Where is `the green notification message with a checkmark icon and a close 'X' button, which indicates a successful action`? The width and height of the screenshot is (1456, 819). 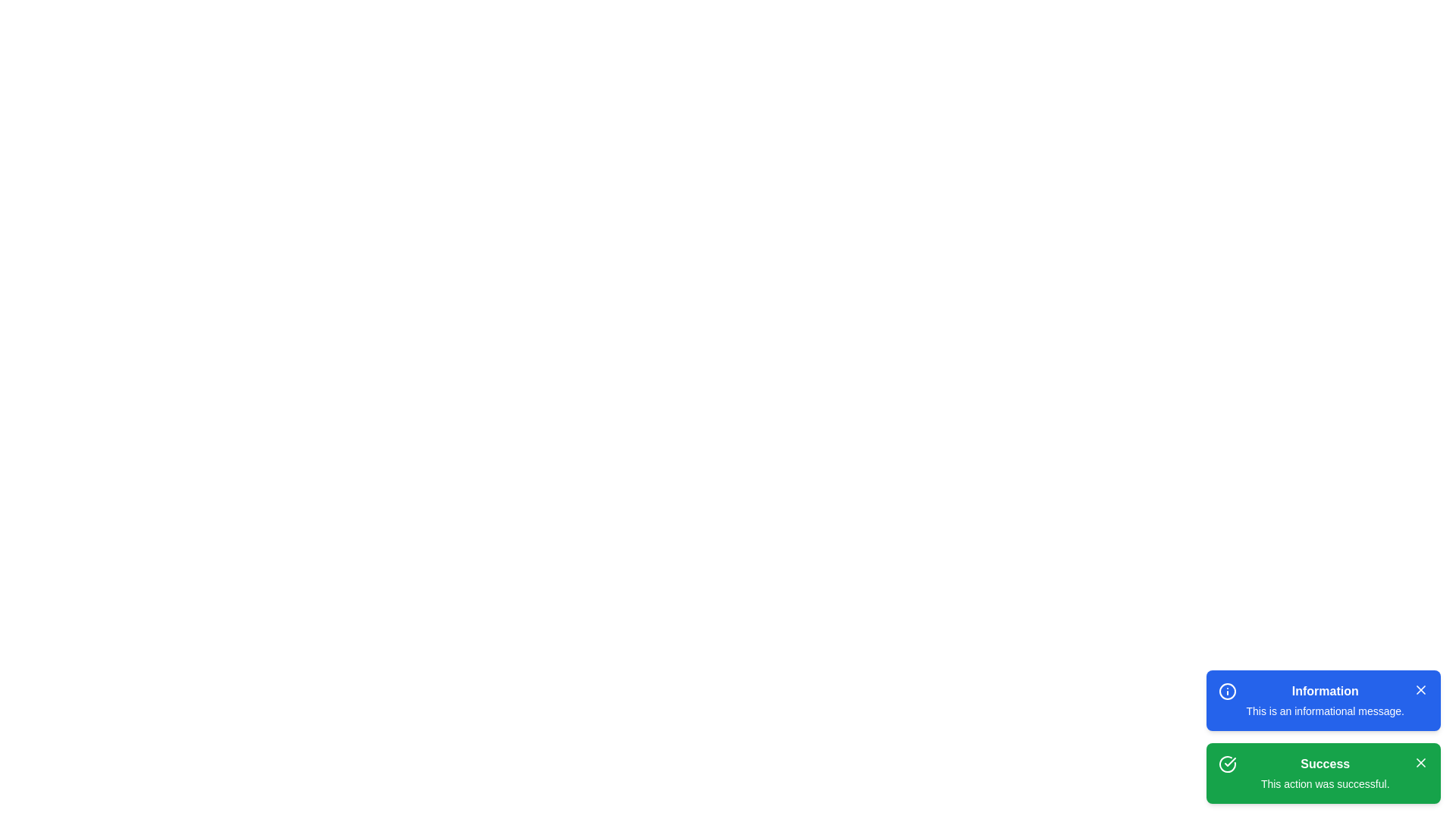 the green notification message with a checkmark icon and a close 'X' button, which indicates a successful action is located at coordinates (1323, 773).